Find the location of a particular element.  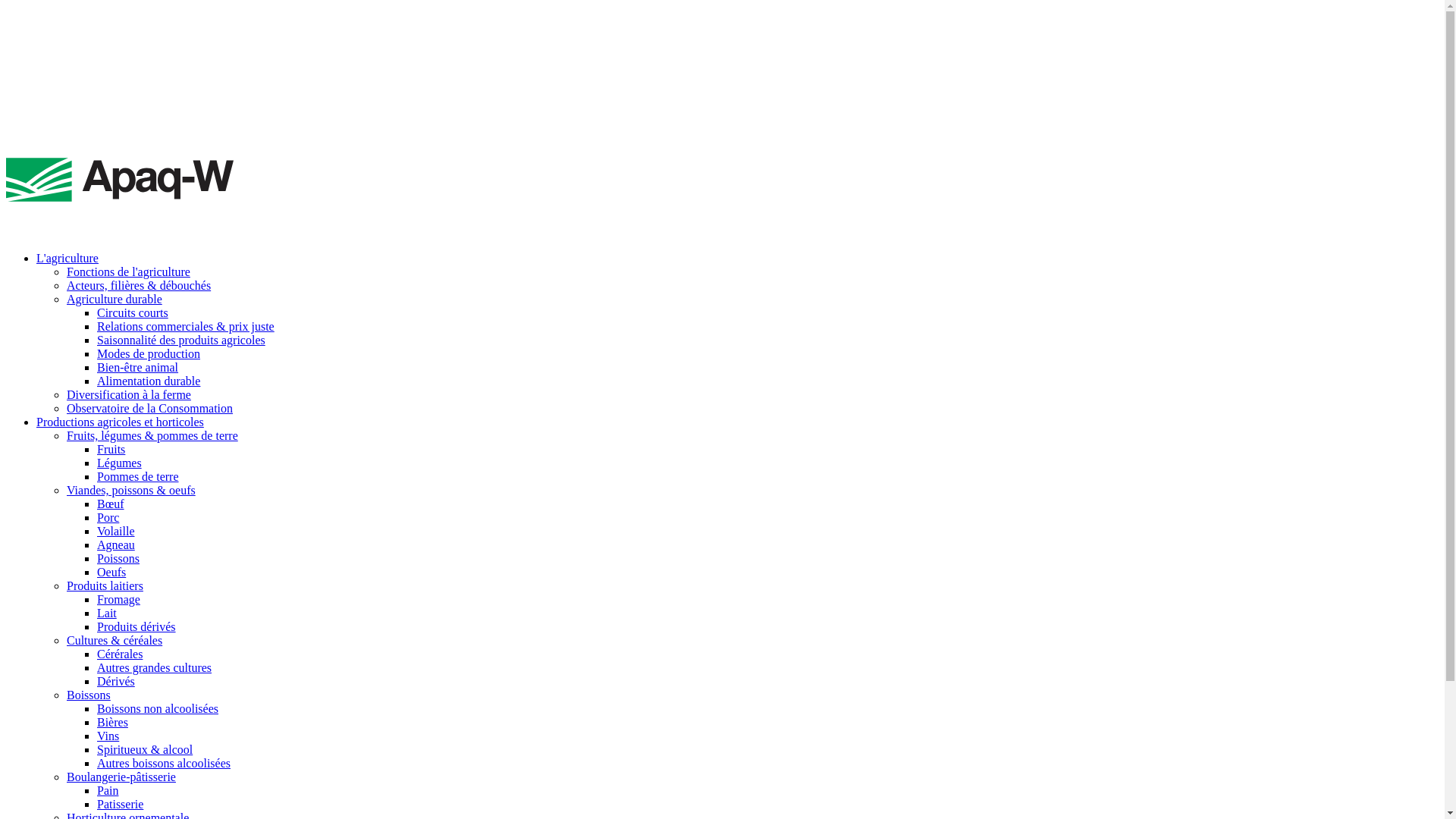

'L'agriculture' is located at coordinates (67, 257).